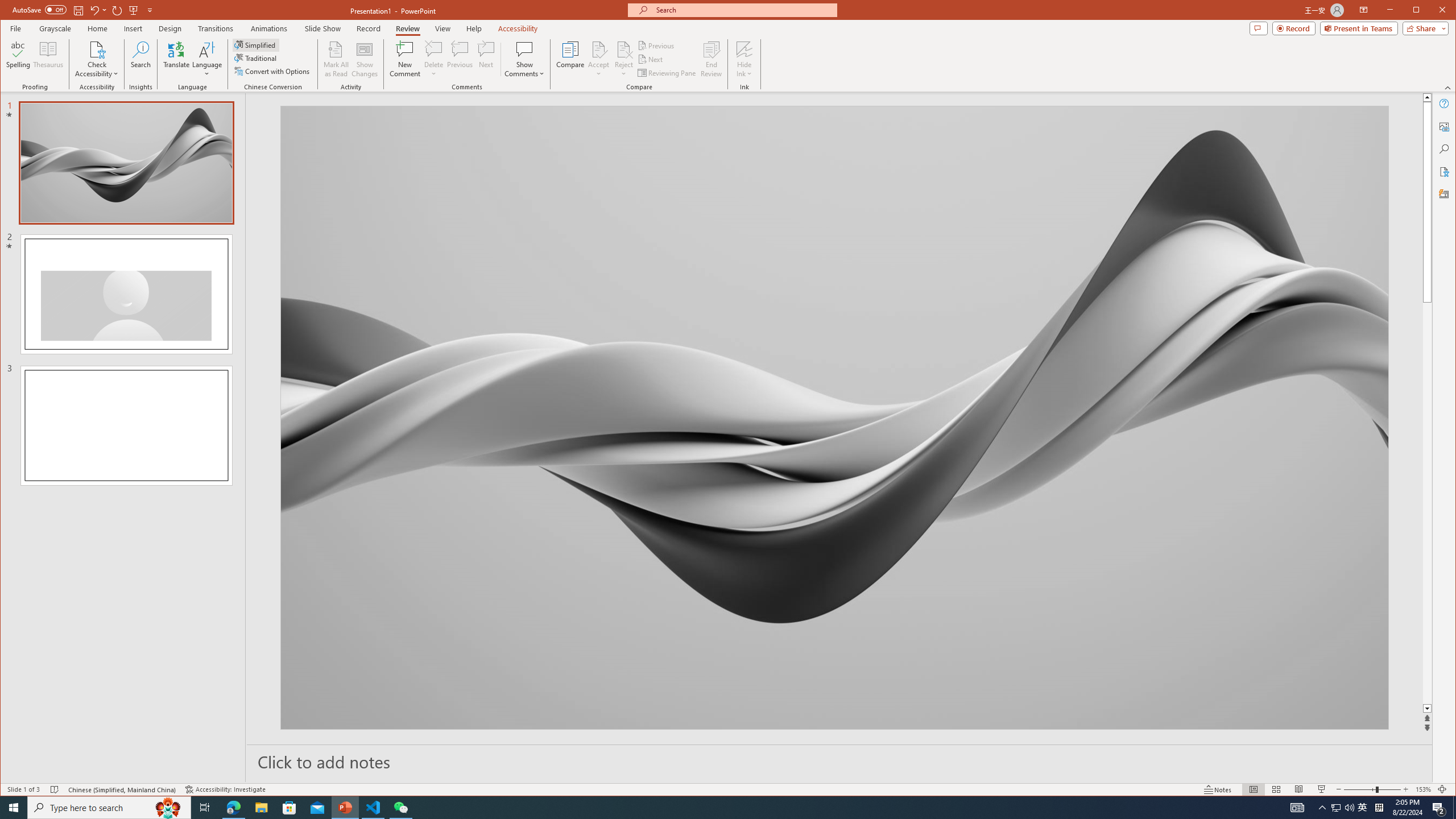 This screenshot has width=1456, height=819. What do you see at coordinates (1423, 789) in the screenshot?
I see `'Zoom 153%'` at bounding box center [1423, 789].